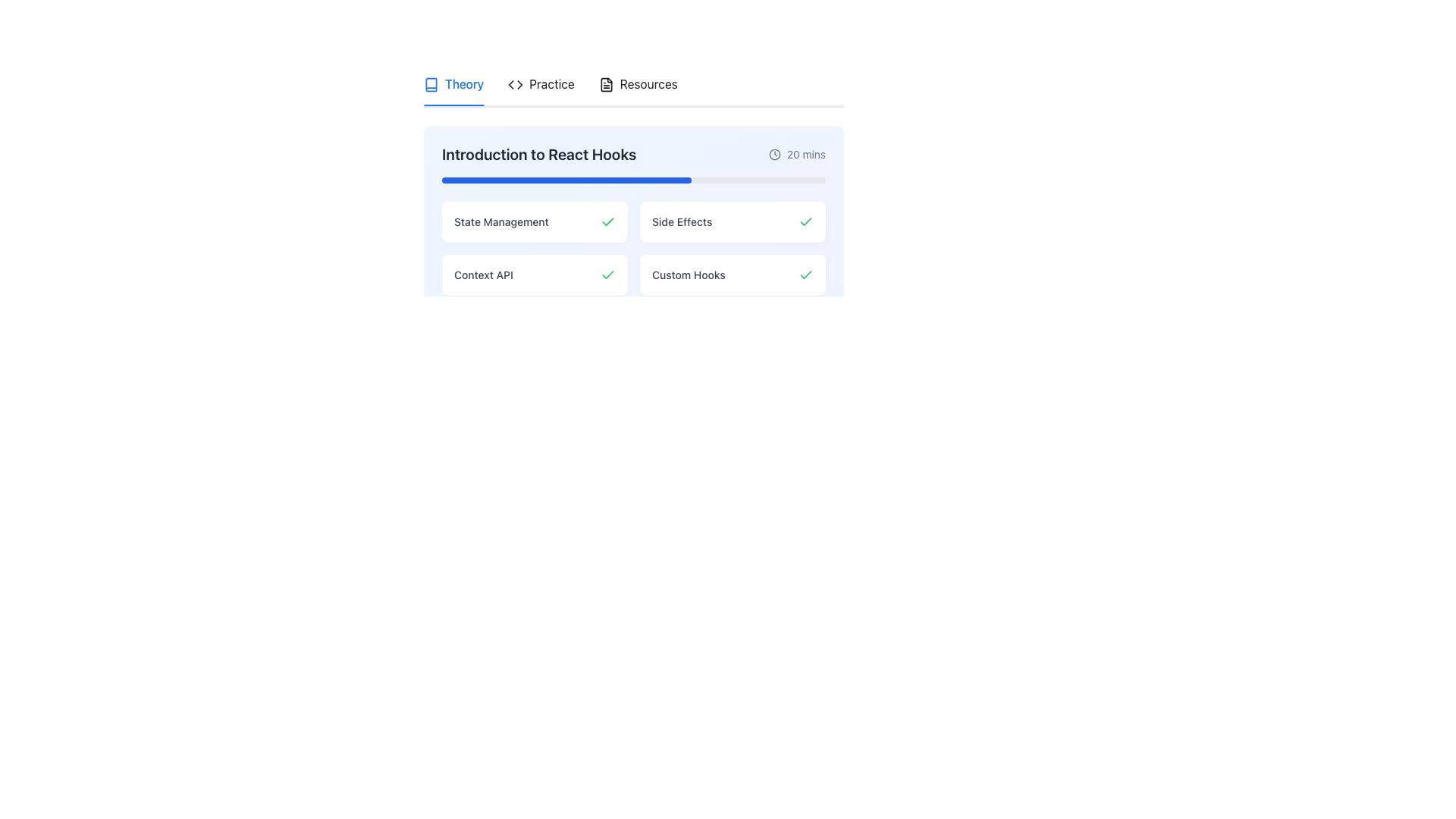 The height and width of the screenshot is (819, 1456). I want to click on the card labeled 'Custom Hooks' in the learning interface that represents a topic or category, so click(733, 275).